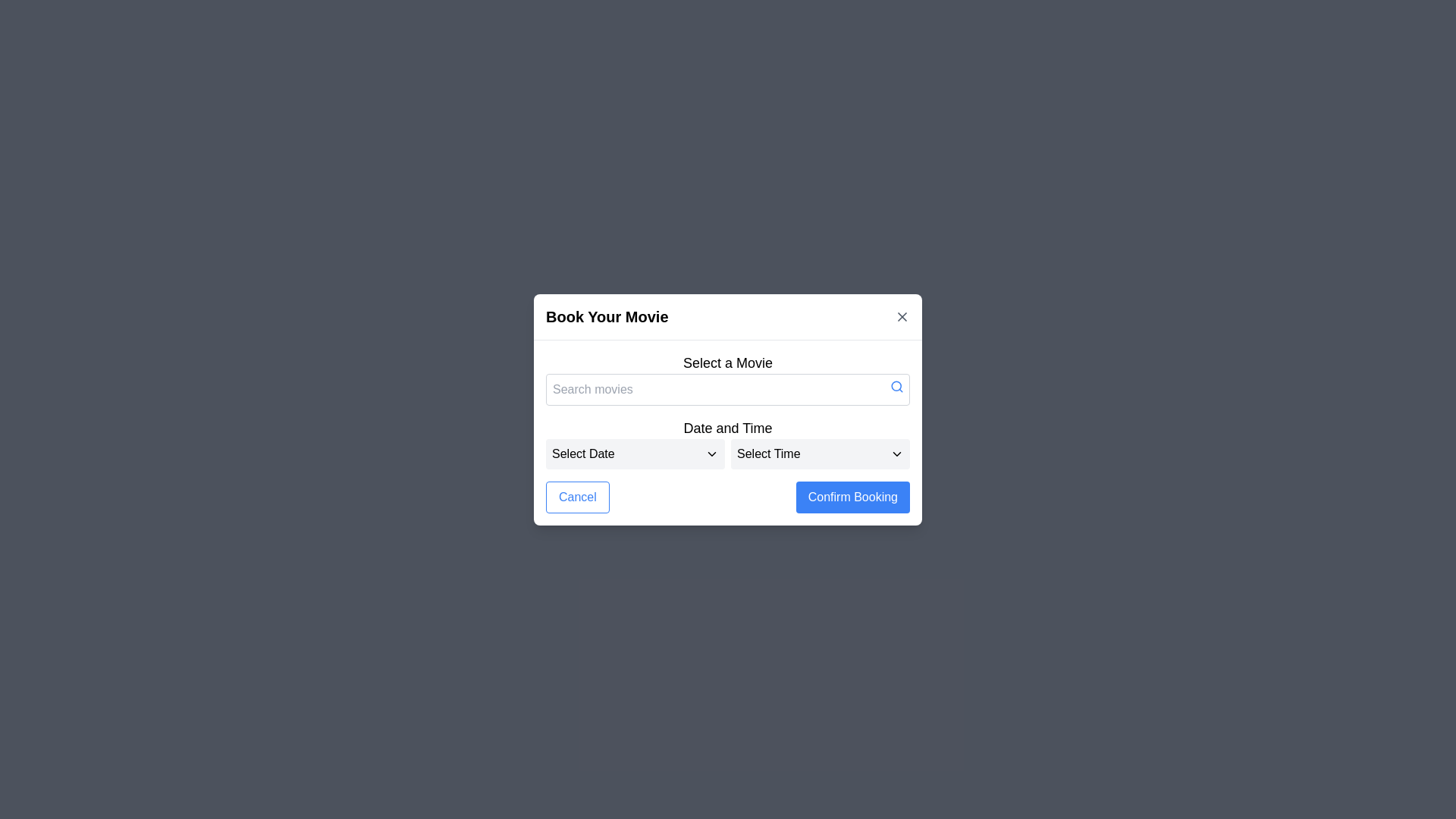  What do you see at coordinates (896, 384) in the screenshot?
I see `the SVG circle element that is part of the search icon located at the top right corner of the 'Search movies' input field` at bounding box center [896, 384].